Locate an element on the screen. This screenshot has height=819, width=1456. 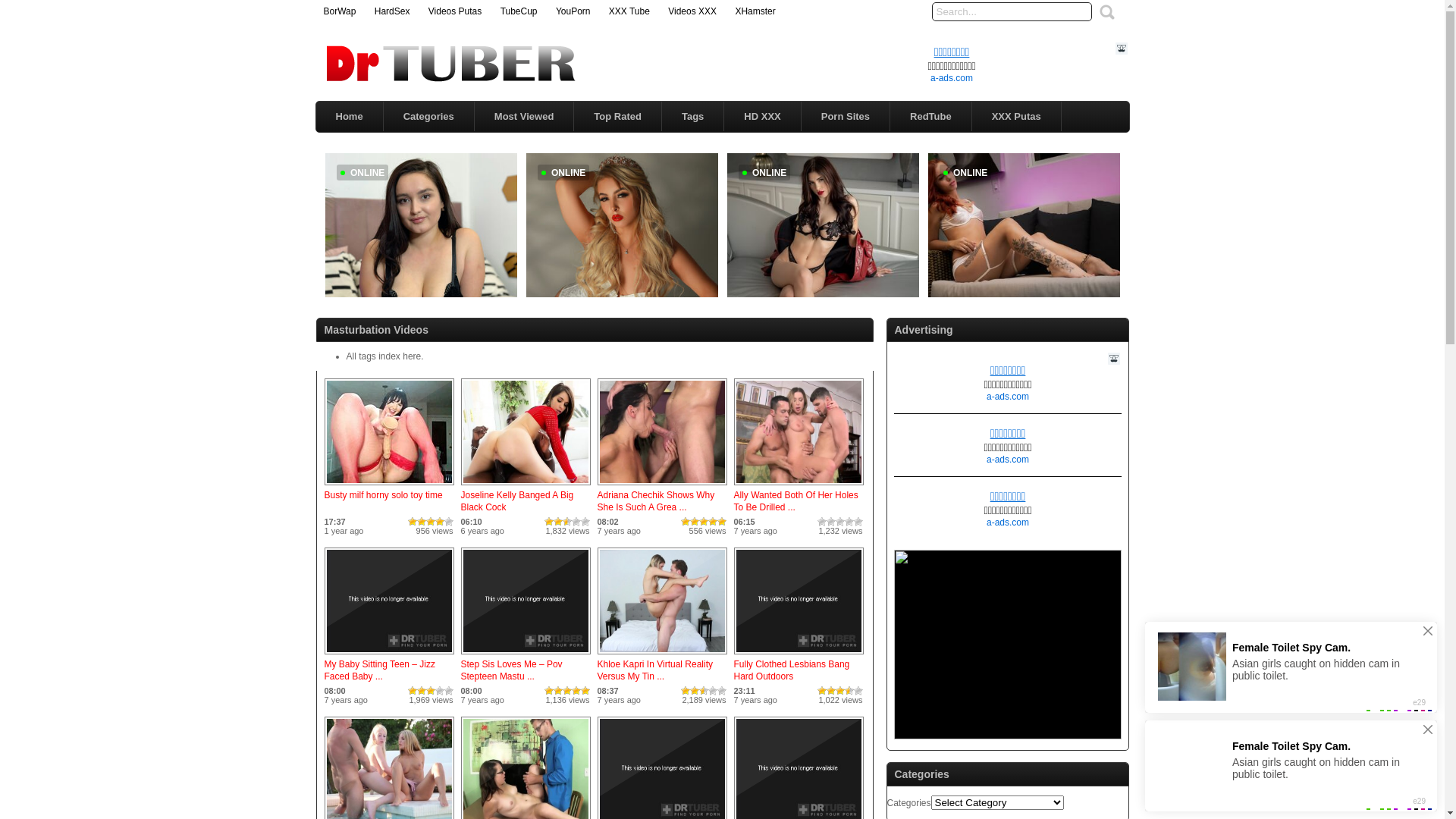
'HD XXX' is located at coordinates (761, 115).